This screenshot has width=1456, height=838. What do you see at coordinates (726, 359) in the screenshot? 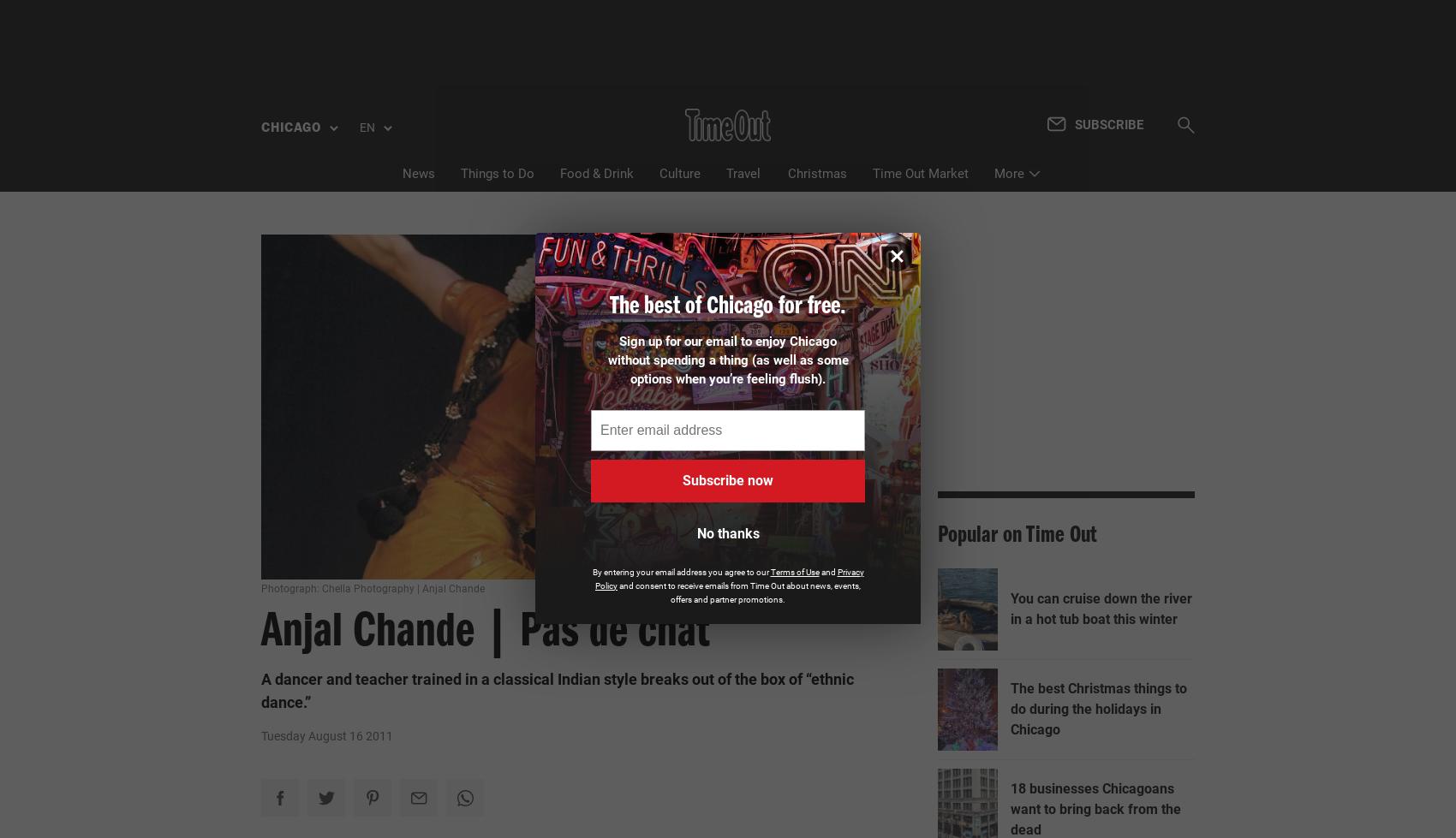
I see `'Sign up for our email to enjoy Chicago without spending a thing (as well as some options when you’re feeling flush).'` at bounding box center [726, 359].